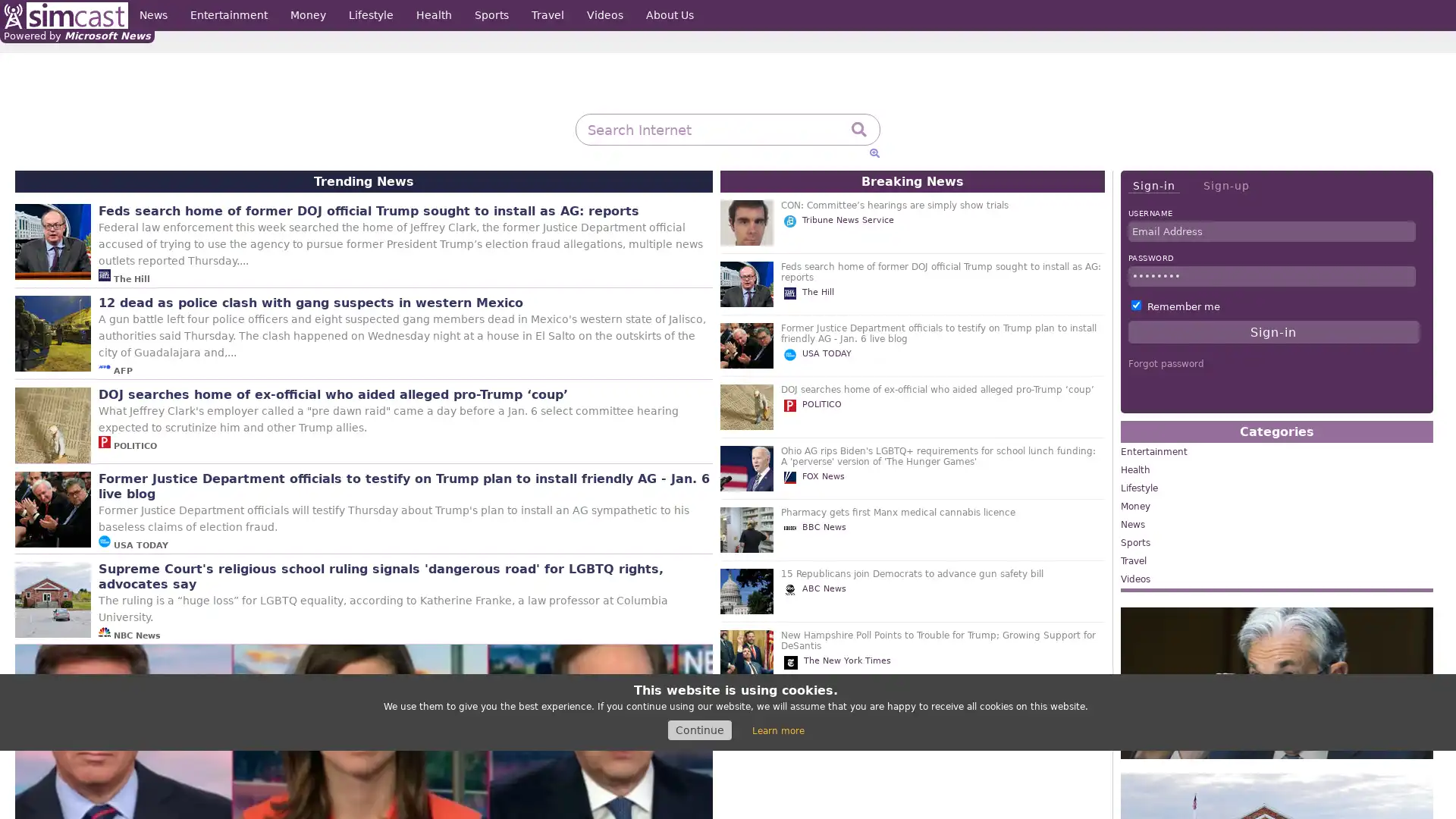 Image resolution: width=1456 pixels, height=819 pixels. What do you see at coordinates (698, 730) in the screenshot?
I see `Continue` at bounding box center [698, 730].